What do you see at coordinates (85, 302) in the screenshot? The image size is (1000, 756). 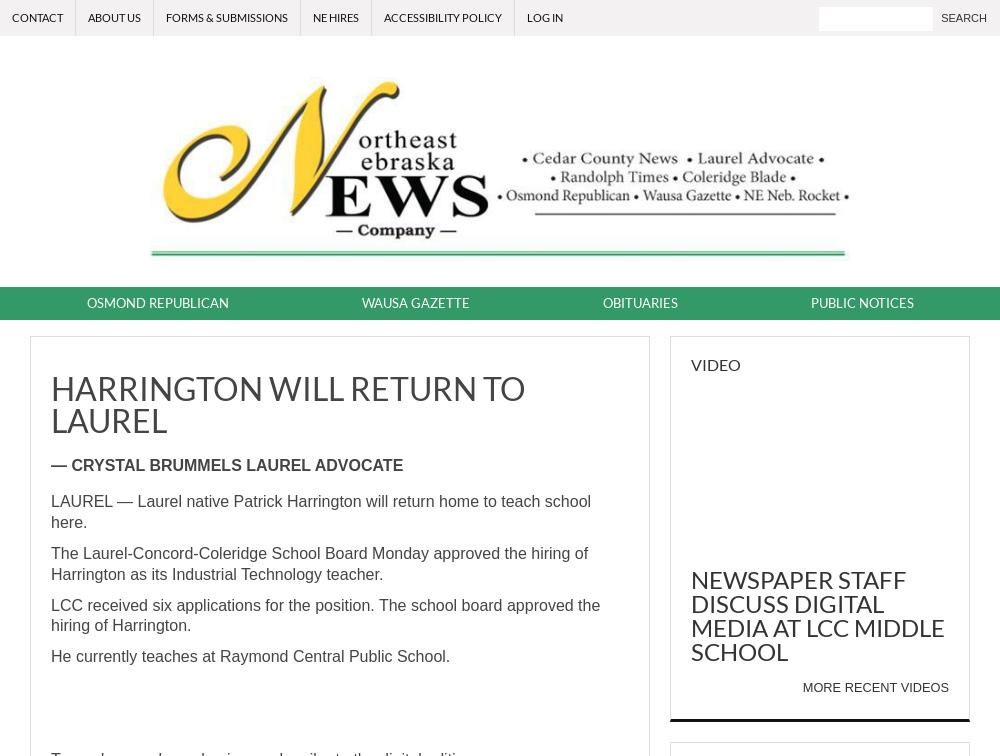 I see `'Osmond Republican'` at bounding box center [85, 302].